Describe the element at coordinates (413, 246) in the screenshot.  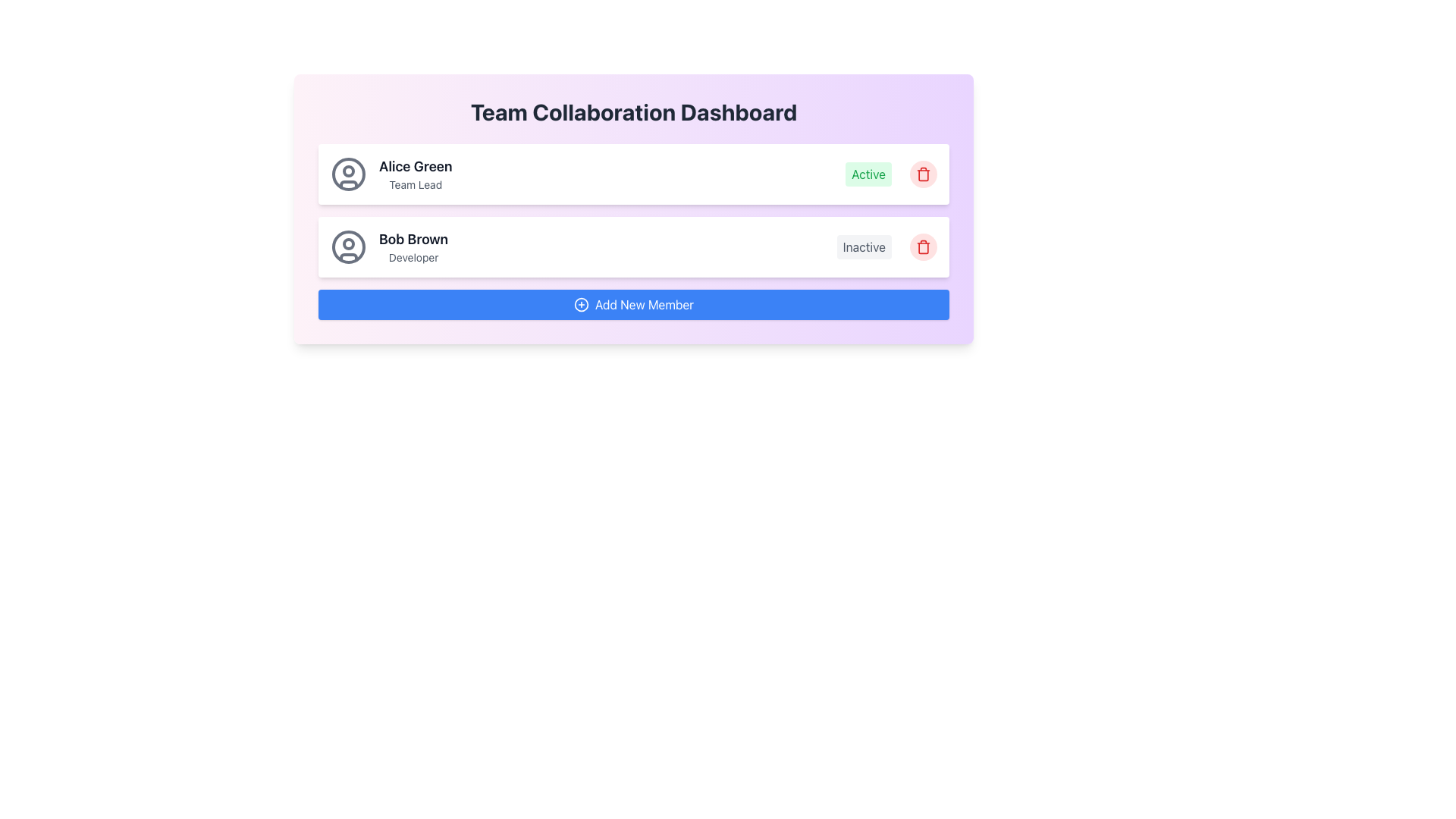
I see `the text label displaying 'Bob Brown' and 'Developer' in a light-colored box, which is the second item in the user list` at that location.